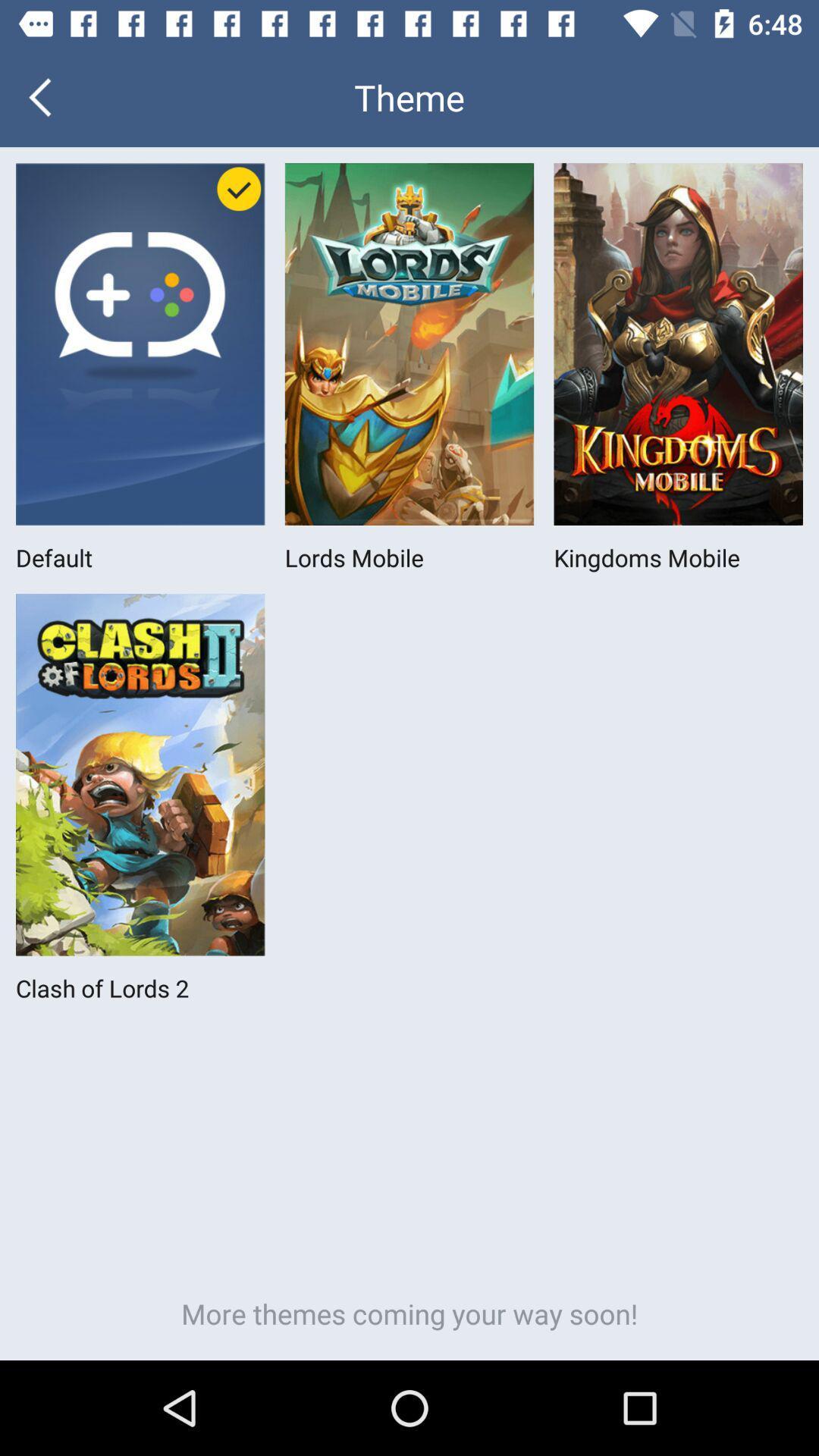  Describe the element at coordinates (140, 775) in the screenshot. I see `the icon above clash of lords 2` at that location.